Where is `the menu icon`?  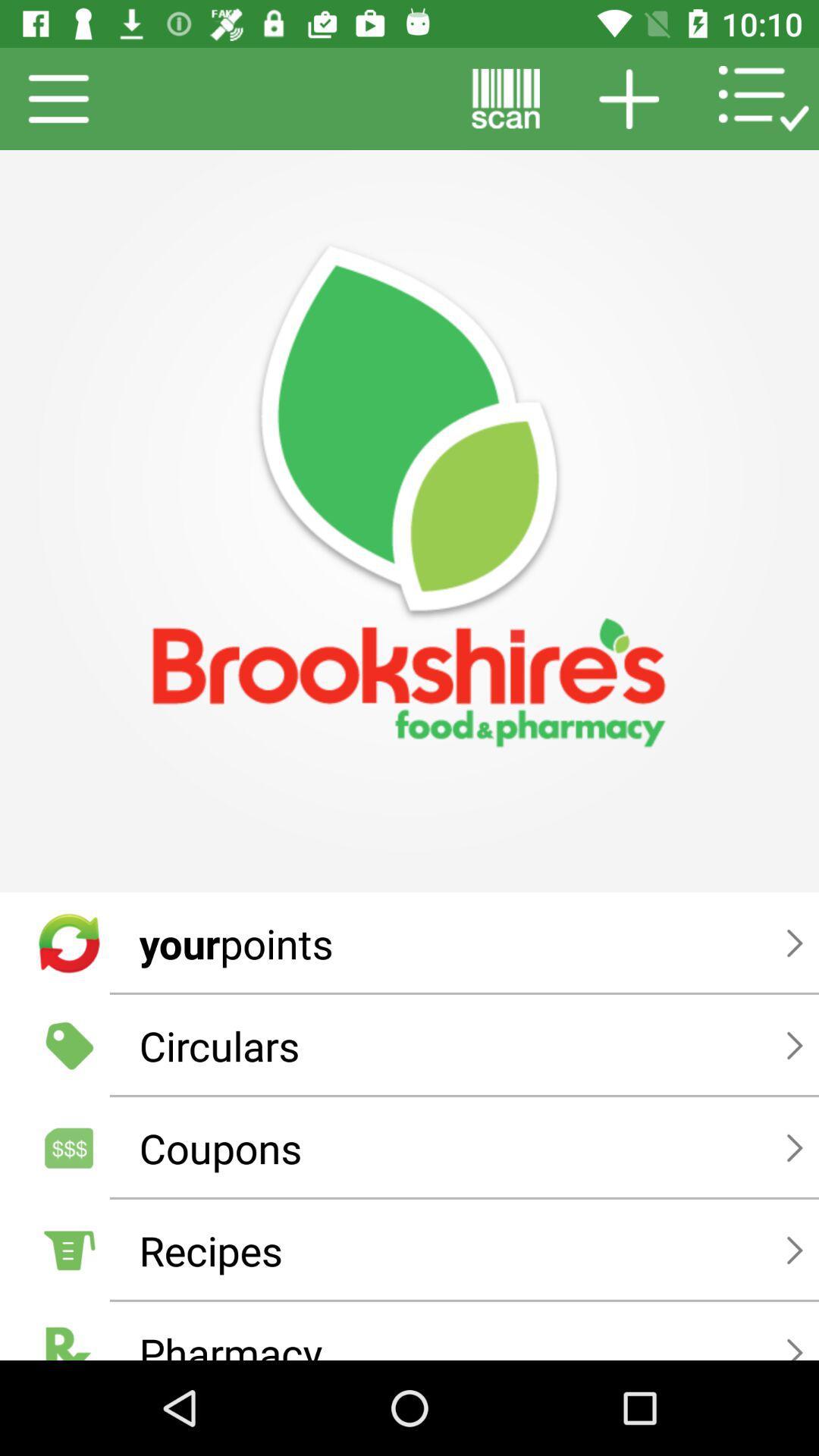 the menu icon is located at coordinates (58, 98).